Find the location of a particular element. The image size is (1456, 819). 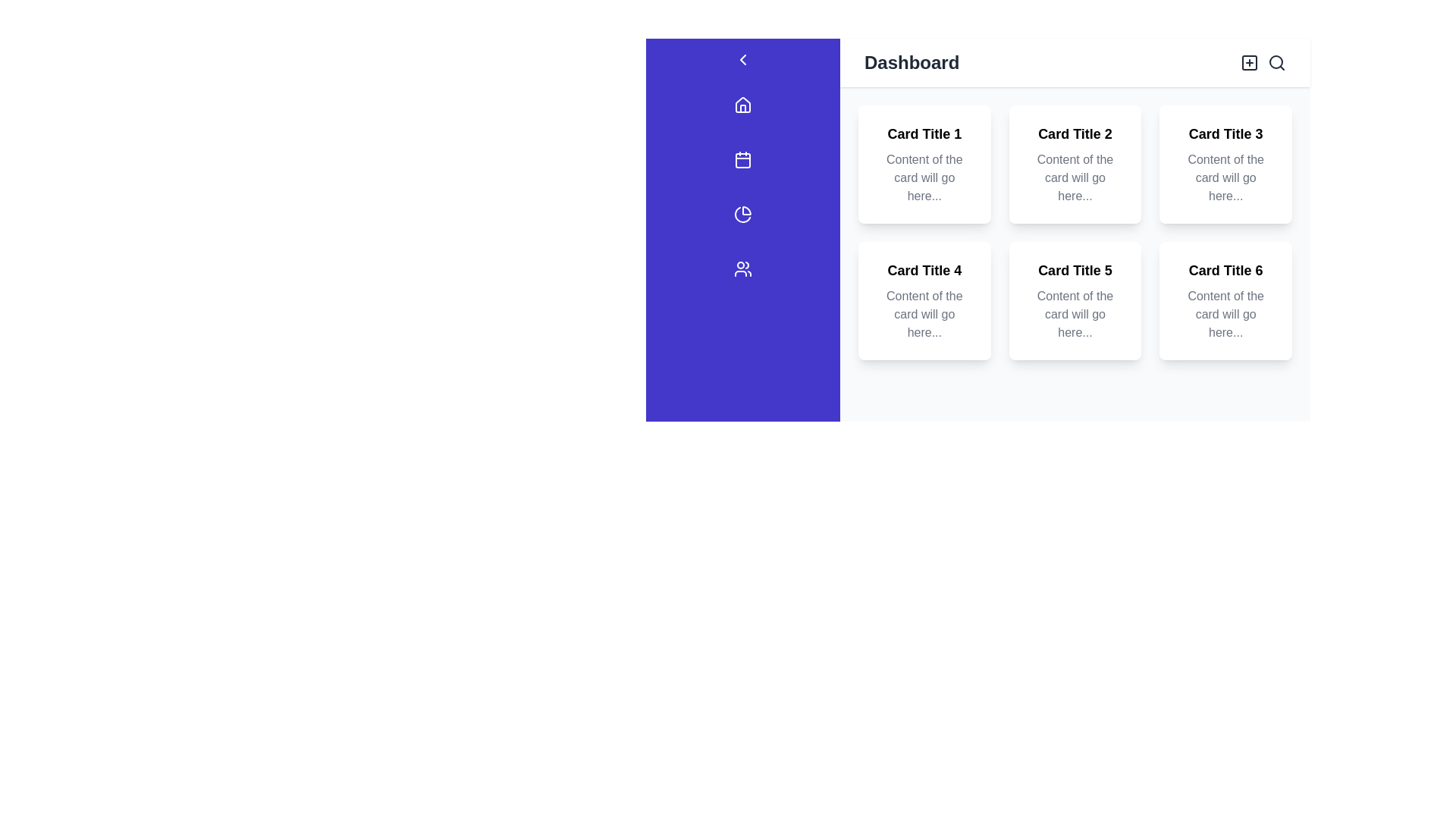

the SVG-based chevron arrow icon located at the top of the sidebar menu, which functions as a navigation button is located at coordinates (742, 58).